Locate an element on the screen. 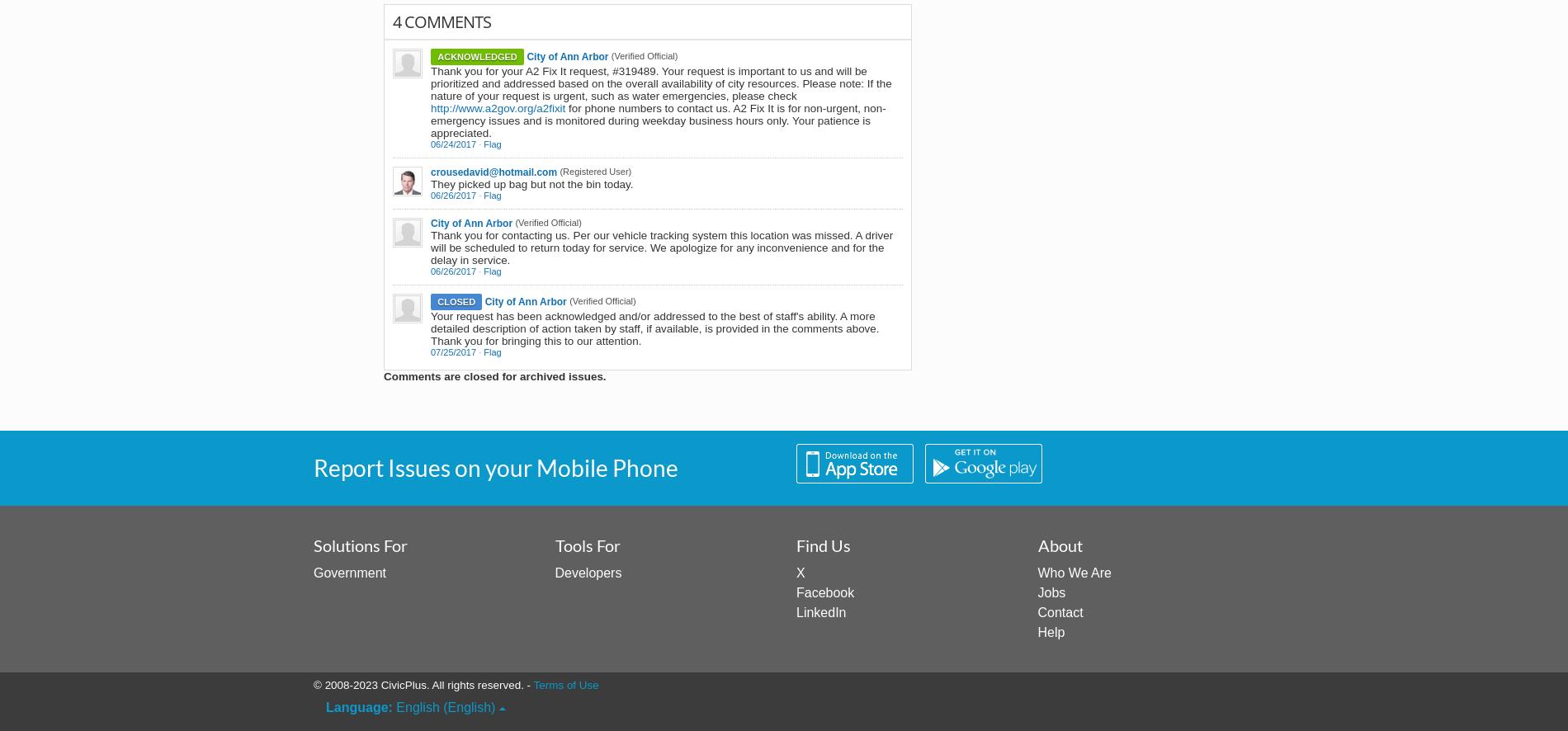 The image size is (1568, 731). 'crousedavid@hotmail.com' is located at coordinates (494, 172).